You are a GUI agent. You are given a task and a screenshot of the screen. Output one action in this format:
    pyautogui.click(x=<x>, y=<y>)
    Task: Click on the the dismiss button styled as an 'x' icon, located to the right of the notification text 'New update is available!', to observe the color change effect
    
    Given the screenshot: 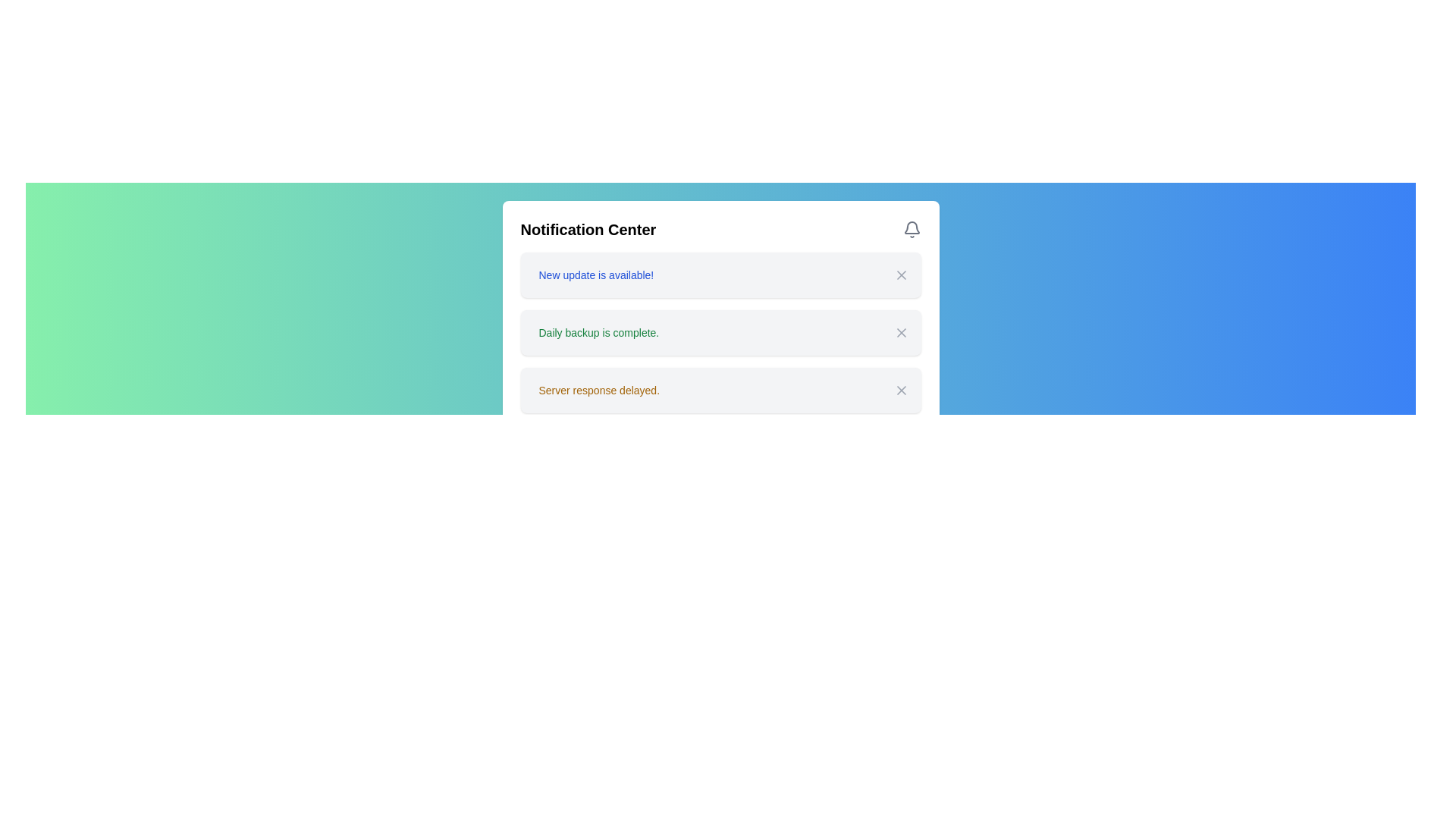 What is the action you would take?
    pyautogui.click(x=901, y=275)
    